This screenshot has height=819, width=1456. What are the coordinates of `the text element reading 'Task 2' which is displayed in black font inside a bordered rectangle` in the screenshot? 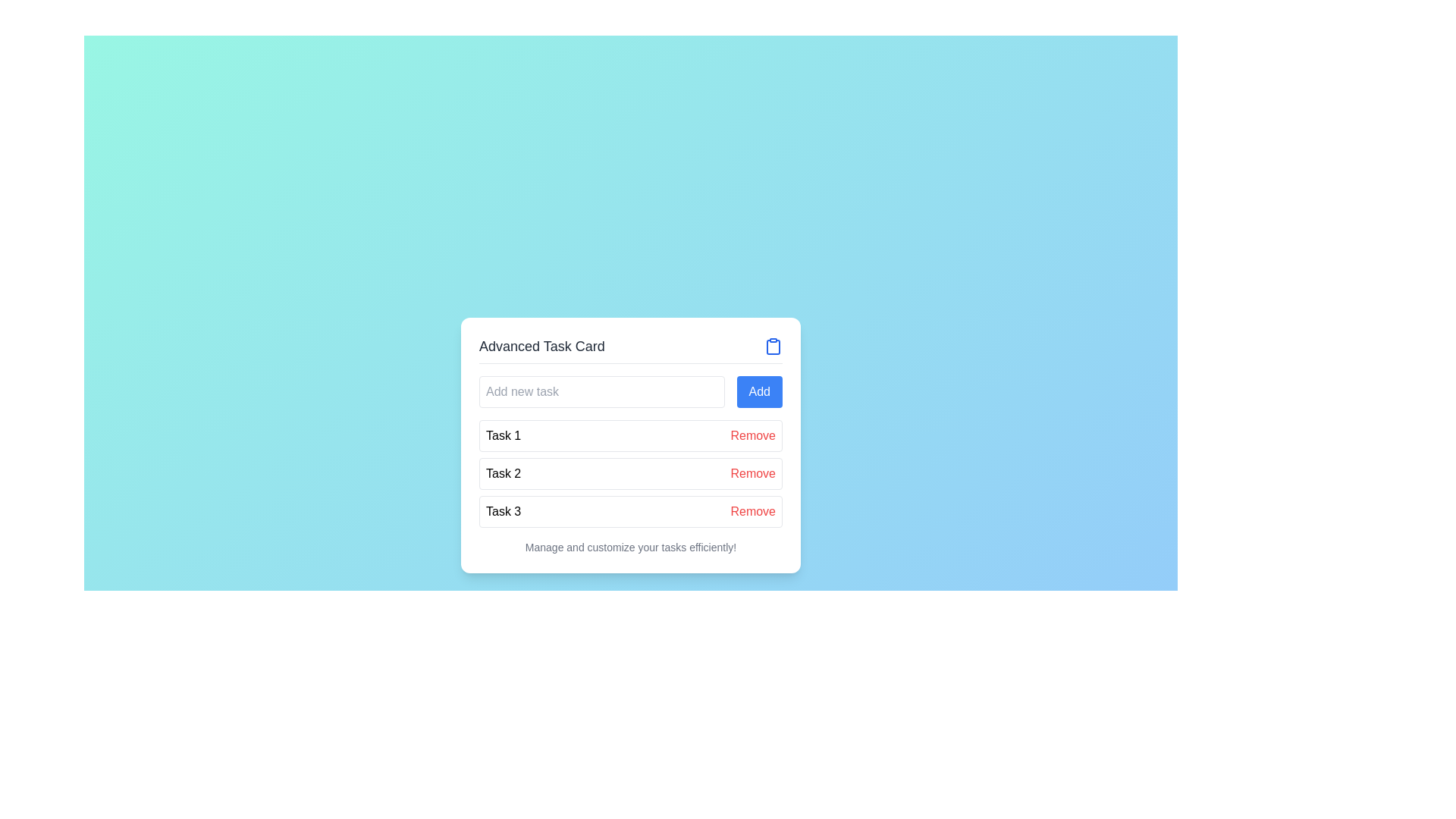 It's located at (504, 472).